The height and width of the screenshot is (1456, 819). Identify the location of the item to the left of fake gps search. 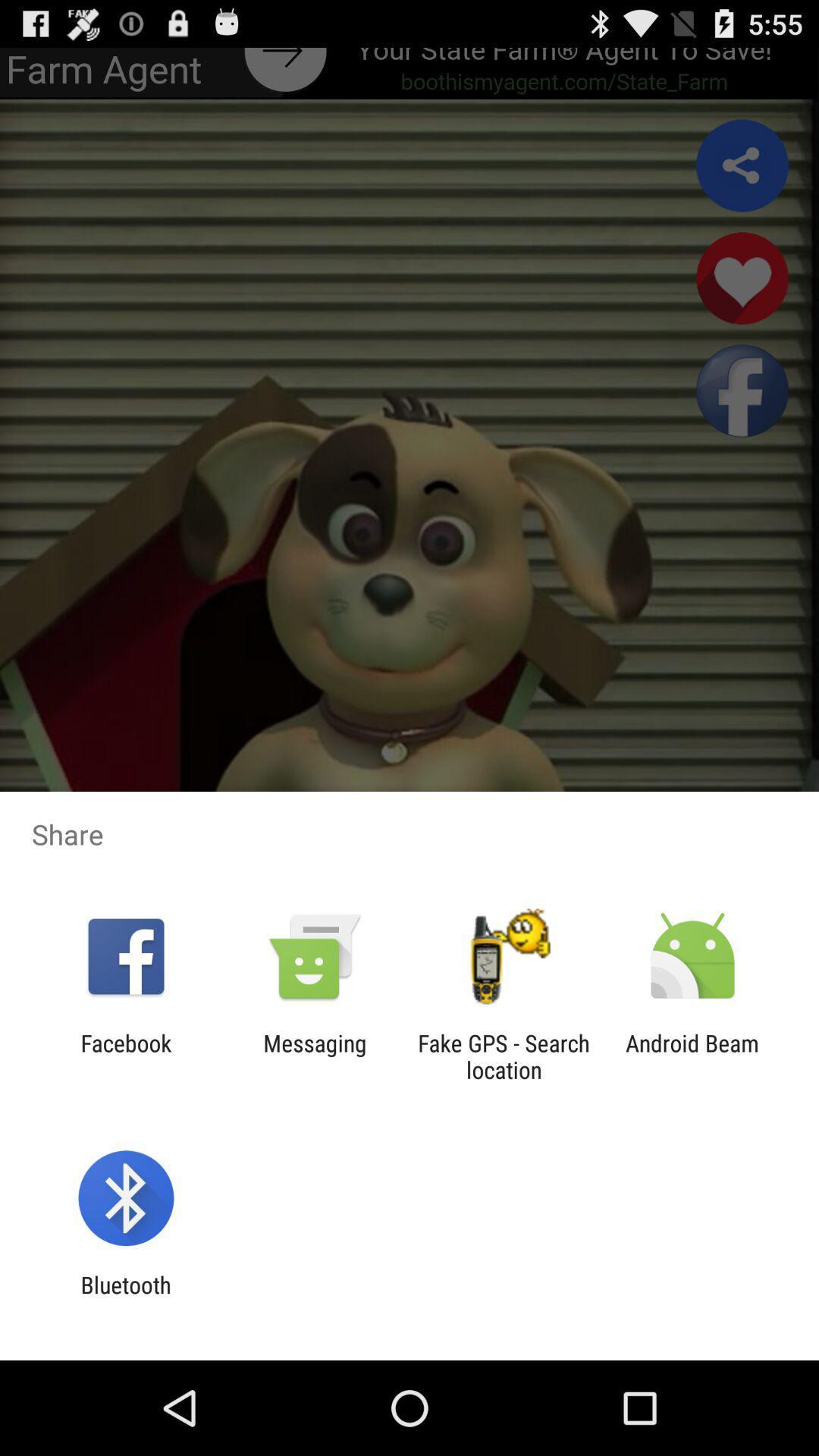
(314, 1056).